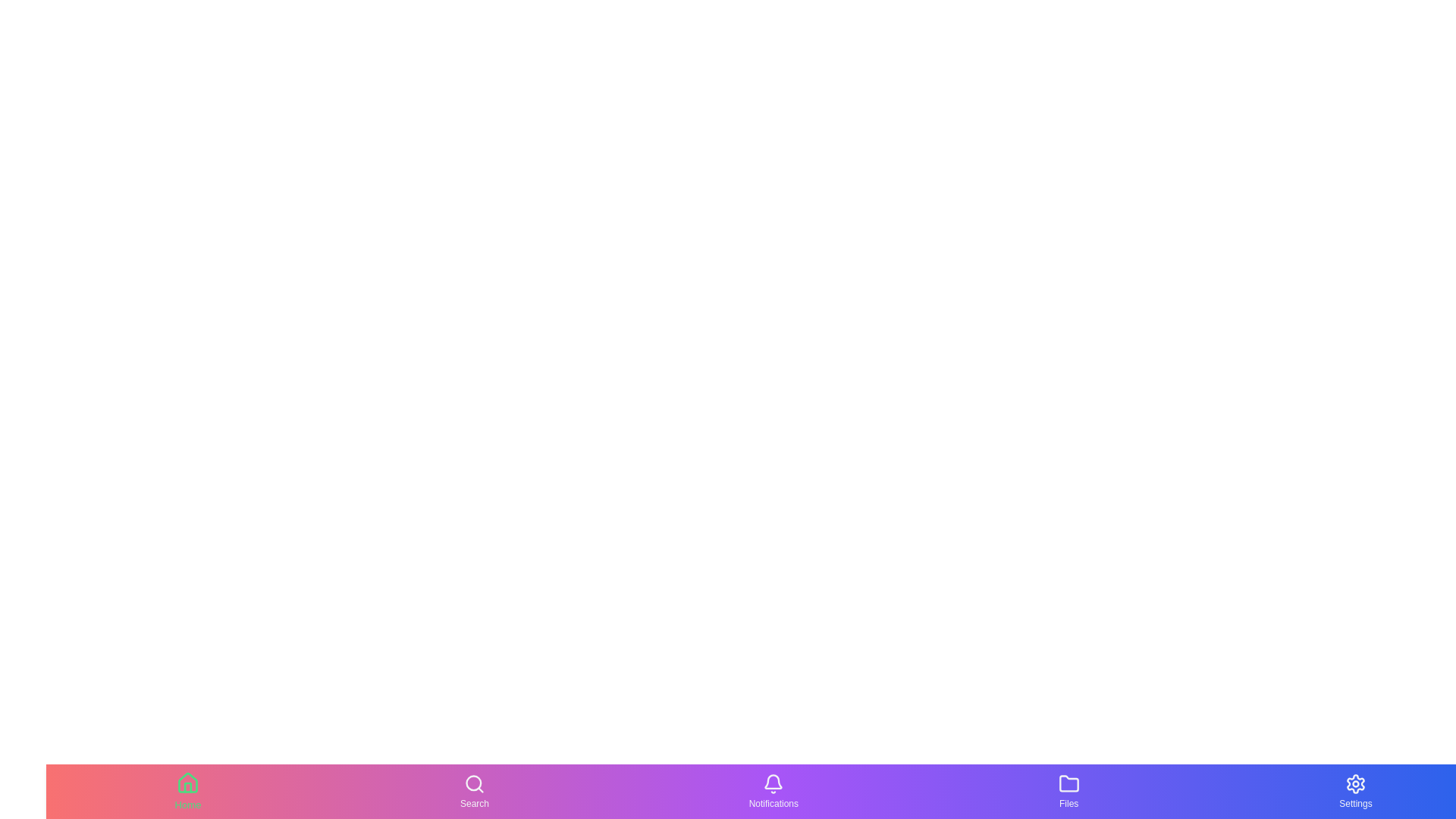 Image resolution: width=1456 pixels, height=819 pixels. I want to click on the tab labeled Notifications, so click(773, 791).